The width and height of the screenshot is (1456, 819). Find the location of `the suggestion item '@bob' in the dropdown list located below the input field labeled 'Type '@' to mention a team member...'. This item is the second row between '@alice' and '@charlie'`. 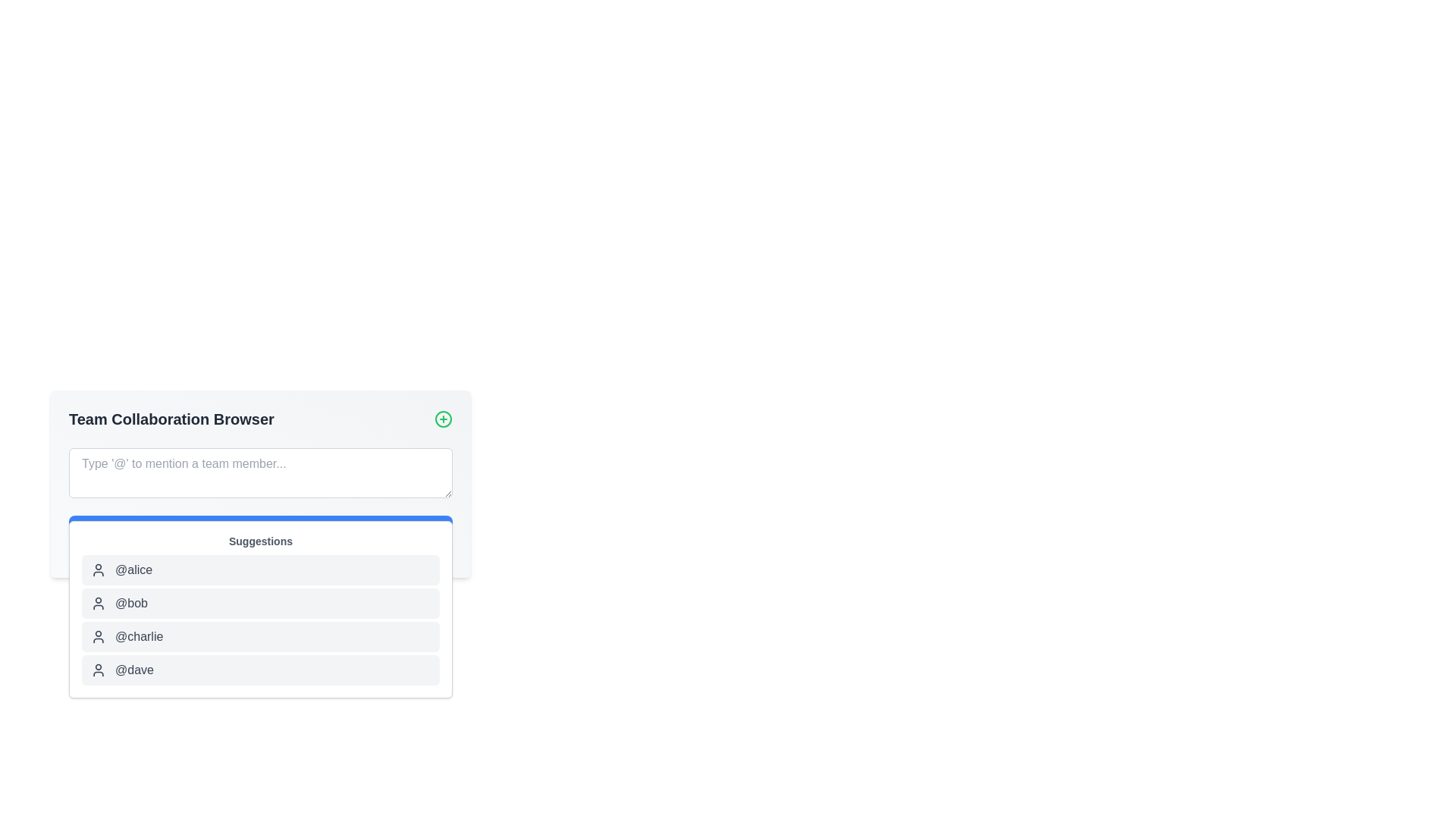

the suggestion item '@bob' in the dropdown list located below the input field labeled 'Type '@' to mention a team member...'. This item is the second row between '@alice' and '@charlie' is located at coordinates (261, 608).